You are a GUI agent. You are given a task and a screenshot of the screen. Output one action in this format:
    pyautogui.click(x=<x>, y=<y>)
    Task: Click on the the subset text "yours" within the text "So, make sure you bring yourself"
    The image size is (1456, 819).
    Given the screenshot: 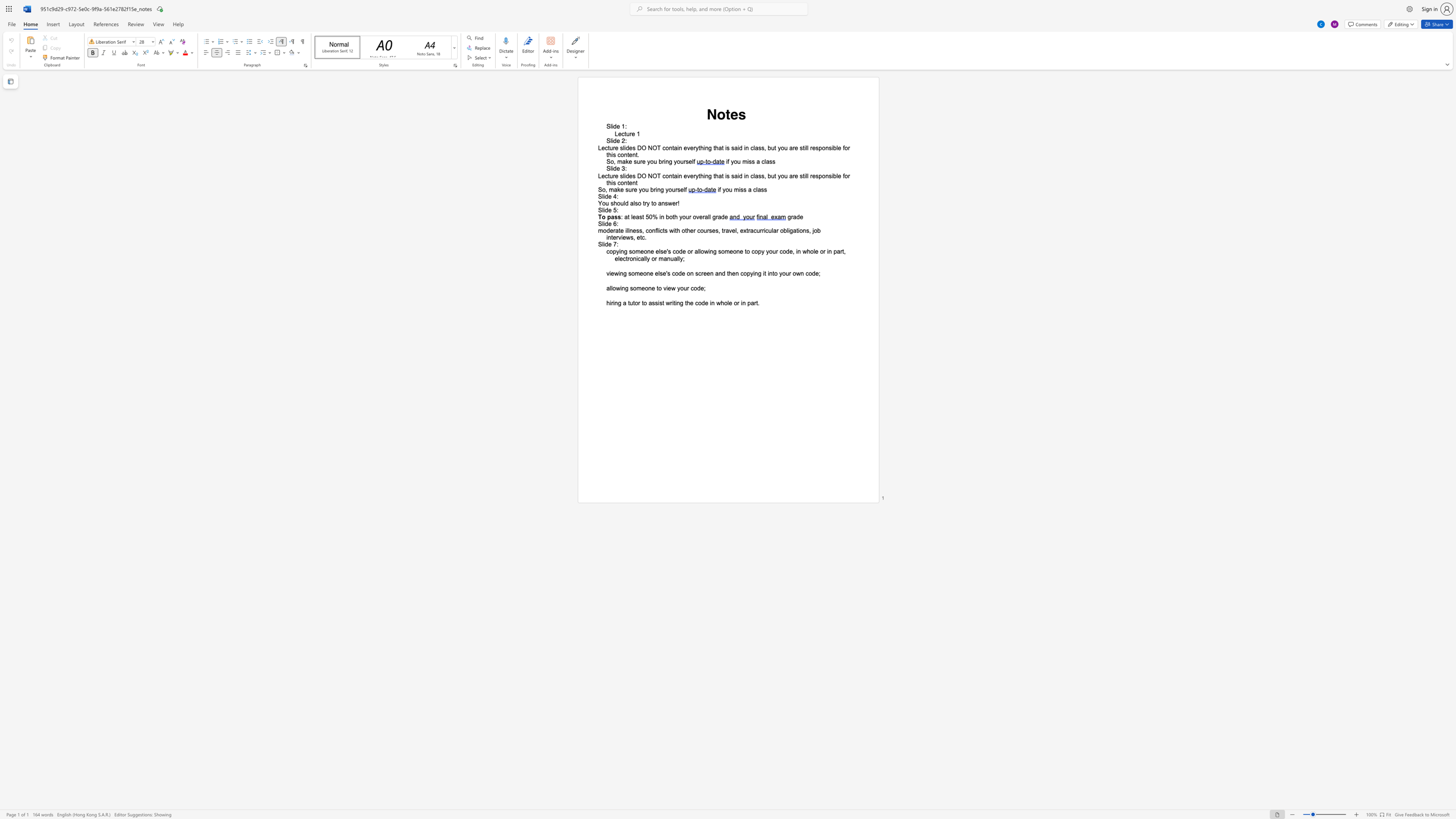 What is the action you would take?
    pyautogui.click(x=674, y=161)
    